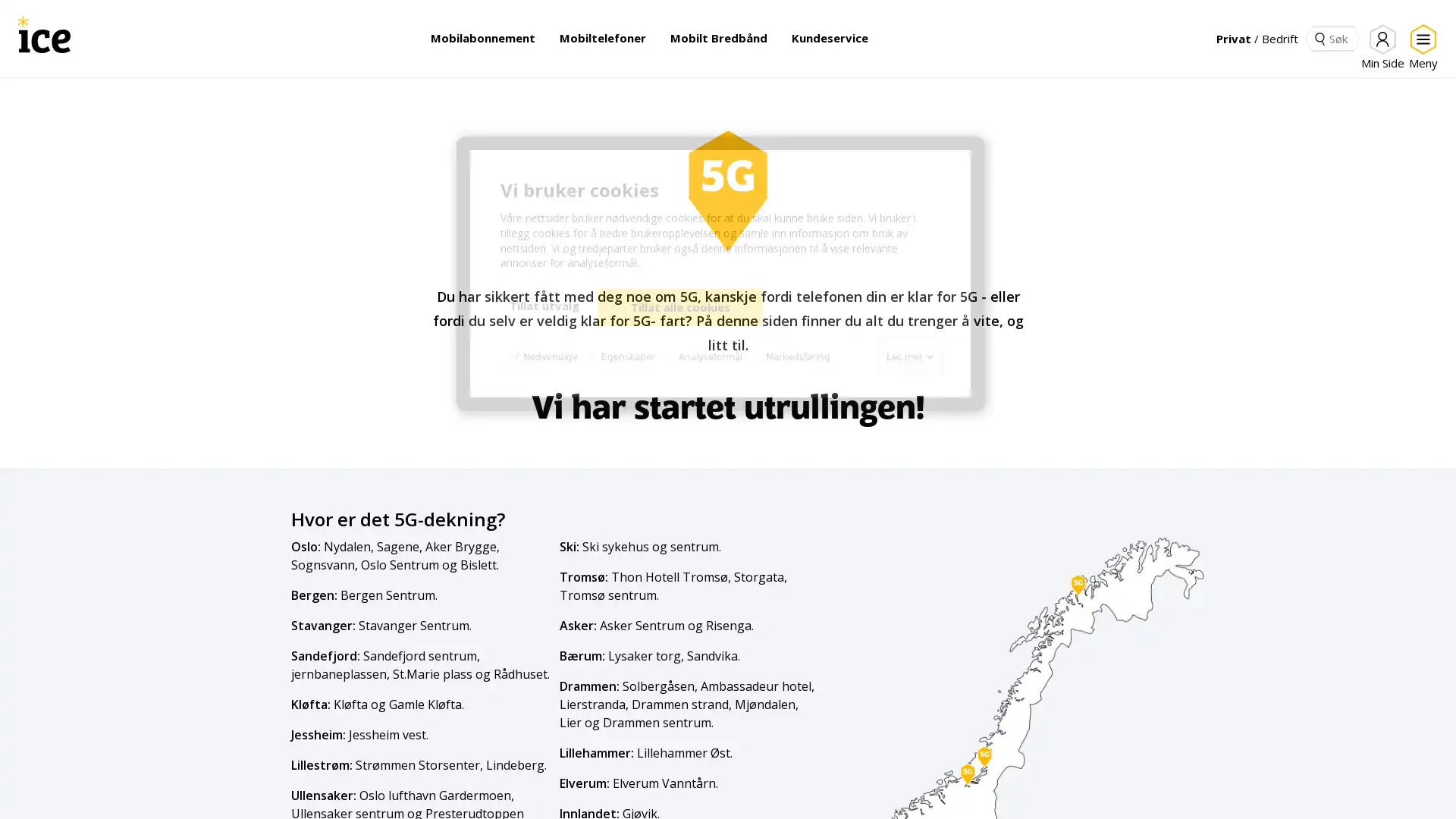  Describe the element at coordinates (1319, 37) in the screenshot. I see `Sk` at that location.